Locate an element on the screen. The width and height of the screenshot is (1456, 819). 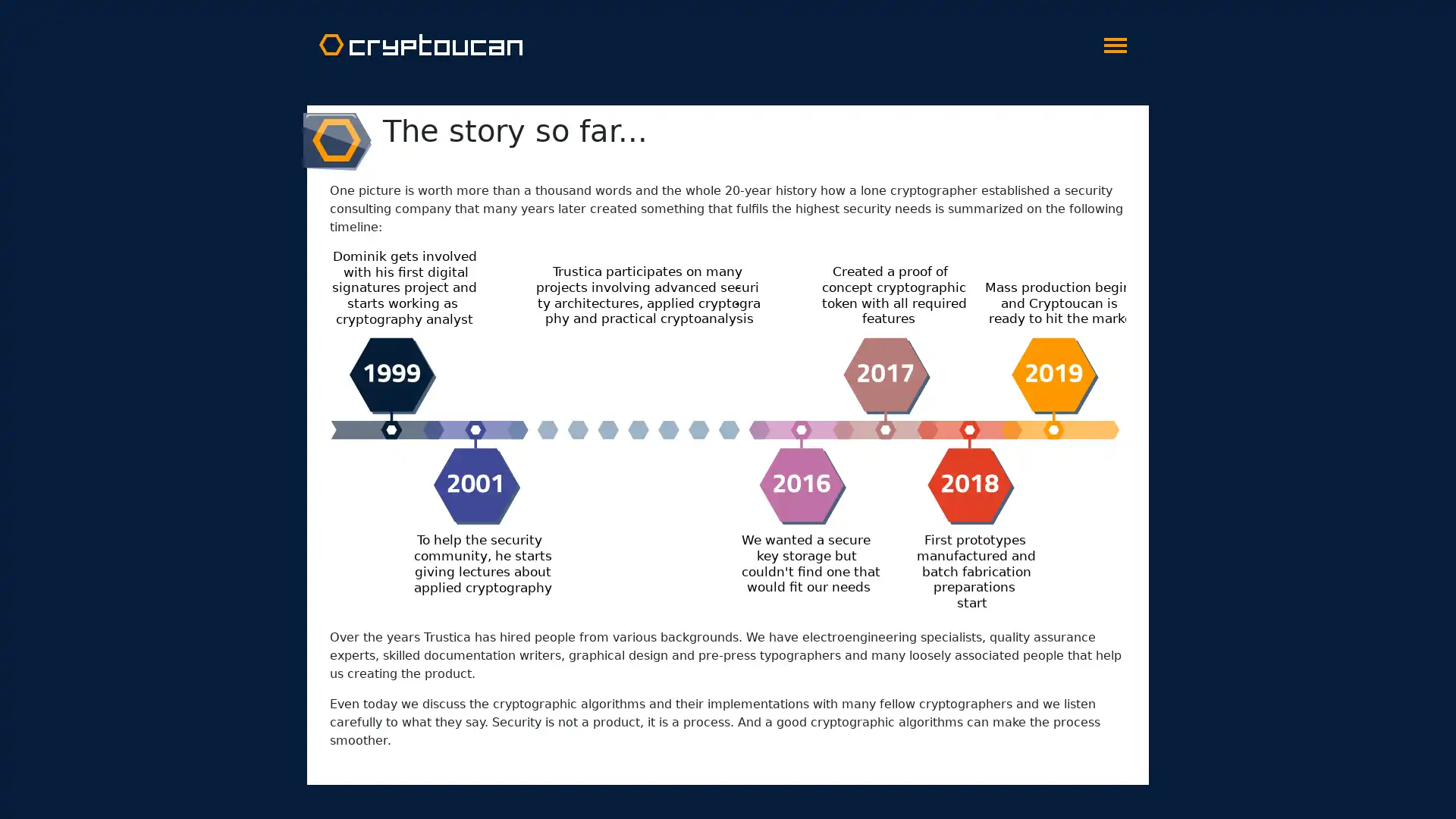
Toggle navigation is located at coordinates (1115, 40).